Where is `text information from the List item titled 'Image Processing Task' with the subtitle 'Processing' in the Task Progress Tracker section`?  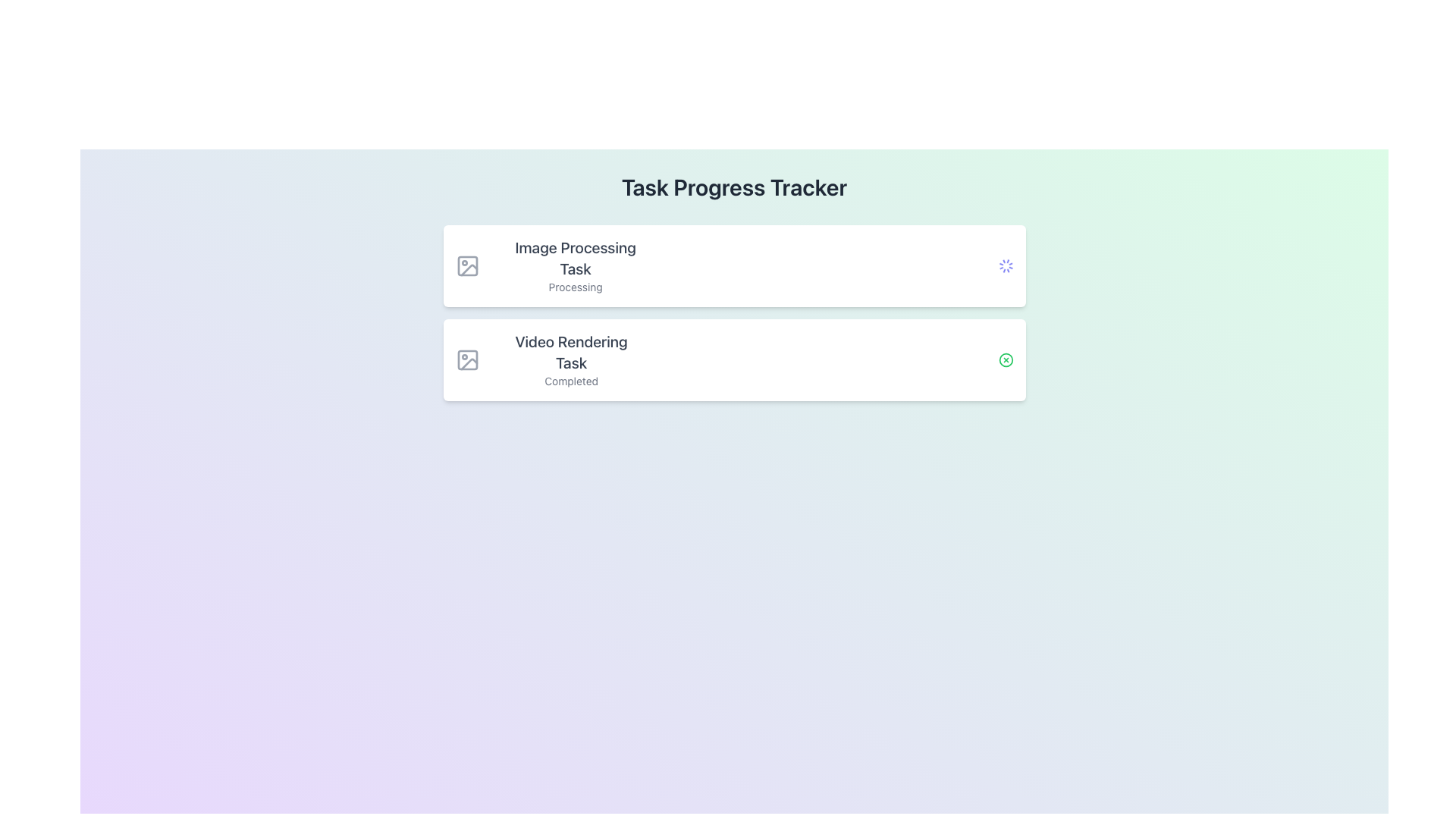
text information from the List item titled 'Image Processing Task' with the subtitle 'Processing' in the Task Progress Tracker section is located at coordinates (575, 265).